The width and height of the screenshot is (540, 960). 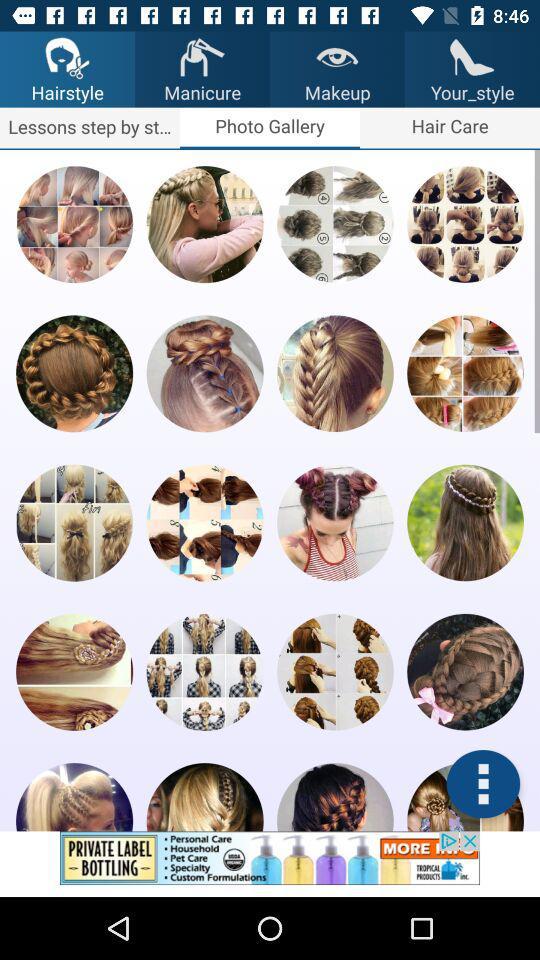 What do you see at coordinates (270, 863) in the screenshot?
I see `addverdisment` at bounding box center [270, 863].